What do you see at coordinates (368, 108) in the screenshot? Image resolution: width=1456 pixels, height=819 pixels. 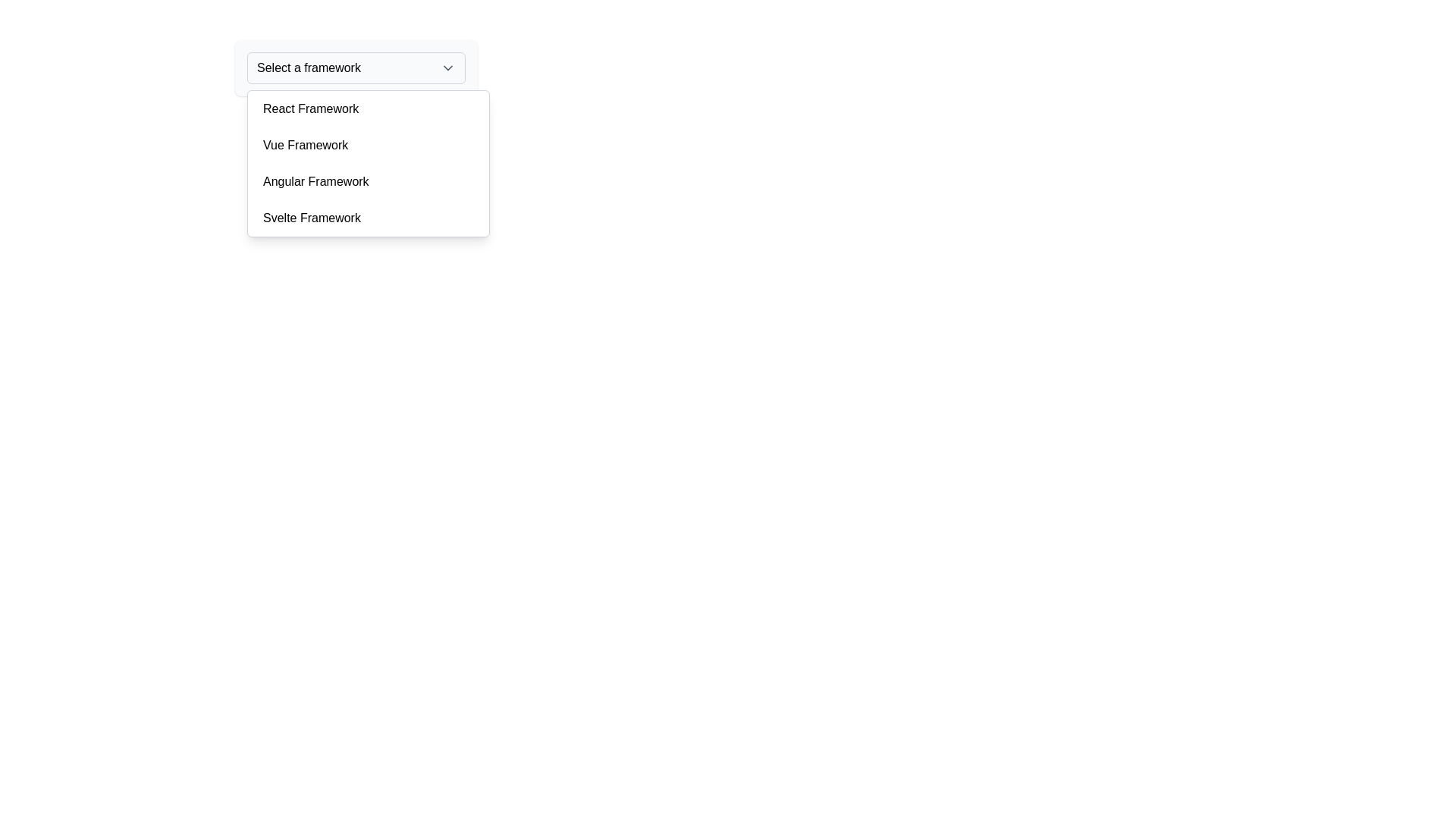 I see `the first item in the drop-down menu labeled 'React Framework'` at bounding box center [368, 108].